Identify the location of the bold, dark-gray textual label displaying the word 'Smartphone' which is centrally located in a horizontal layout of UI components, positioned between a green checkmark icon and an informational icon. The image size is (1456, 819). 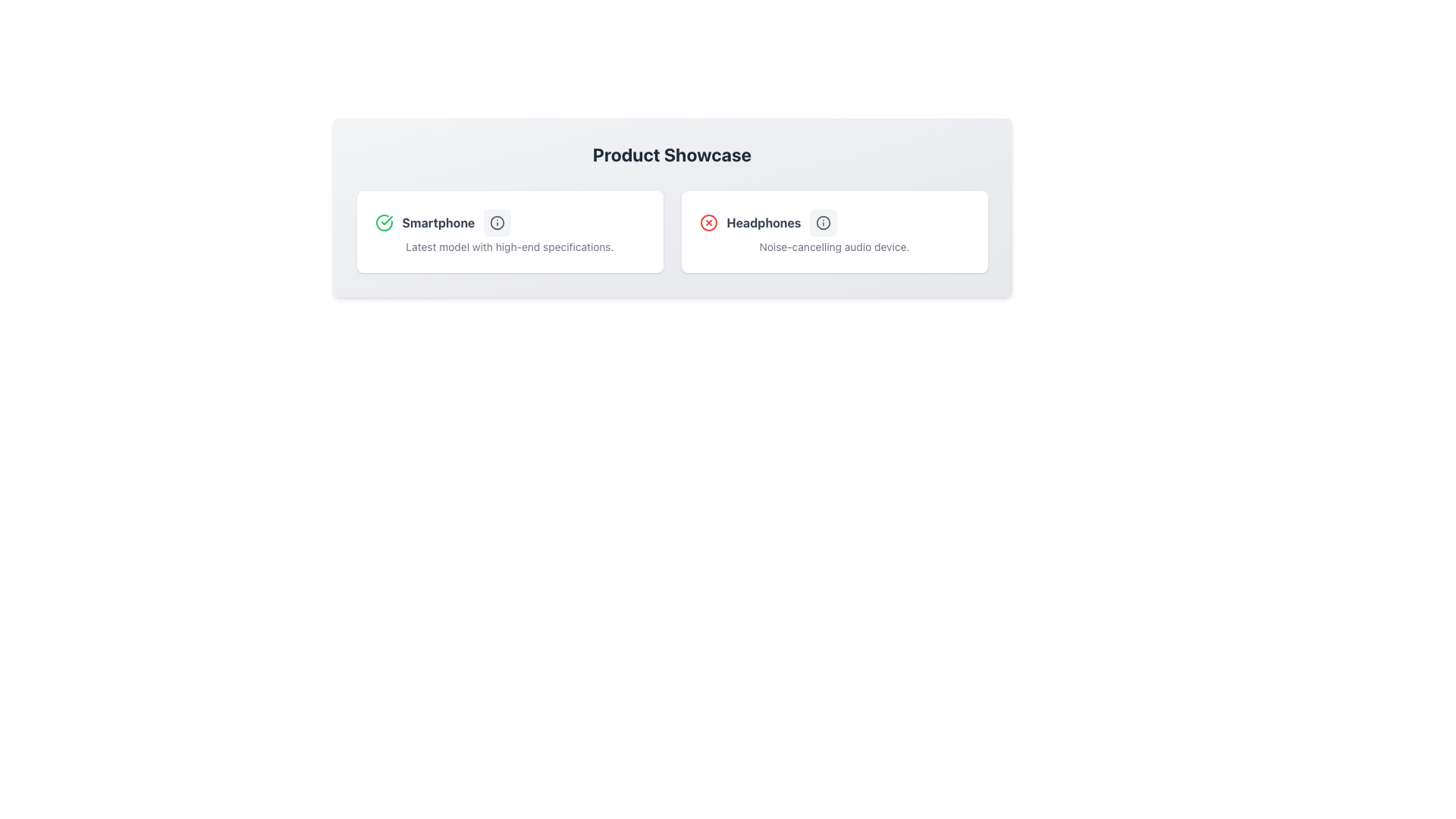
(438, 222).